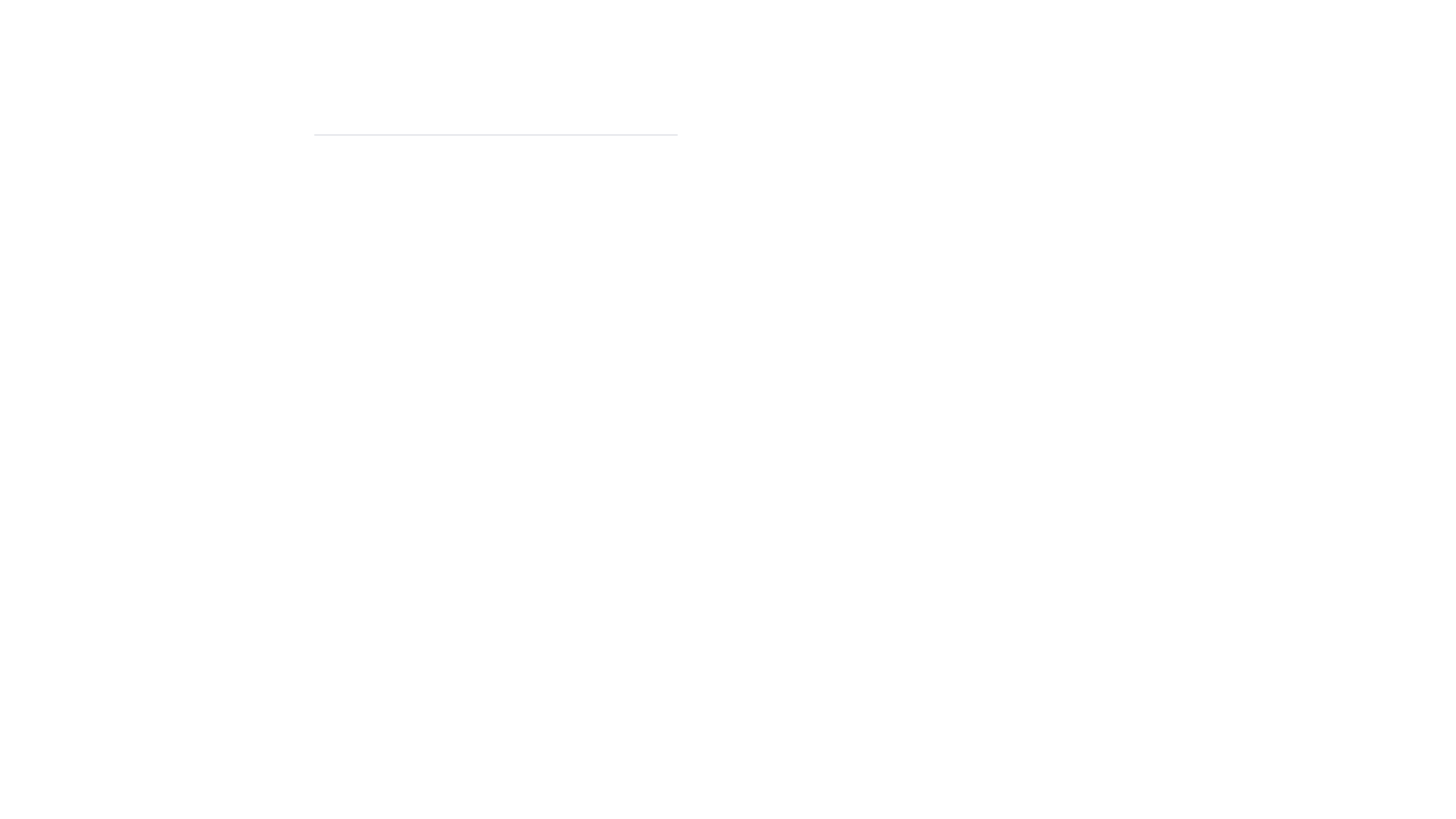 The image size is (1456, 819). What do you see at coordinates (495, 133) in the screenshot?
I see `the thin horizontal line Divider located at the upper section of the application interface by moving the mouse cursor to its center point` at bounding box center [495, 133].